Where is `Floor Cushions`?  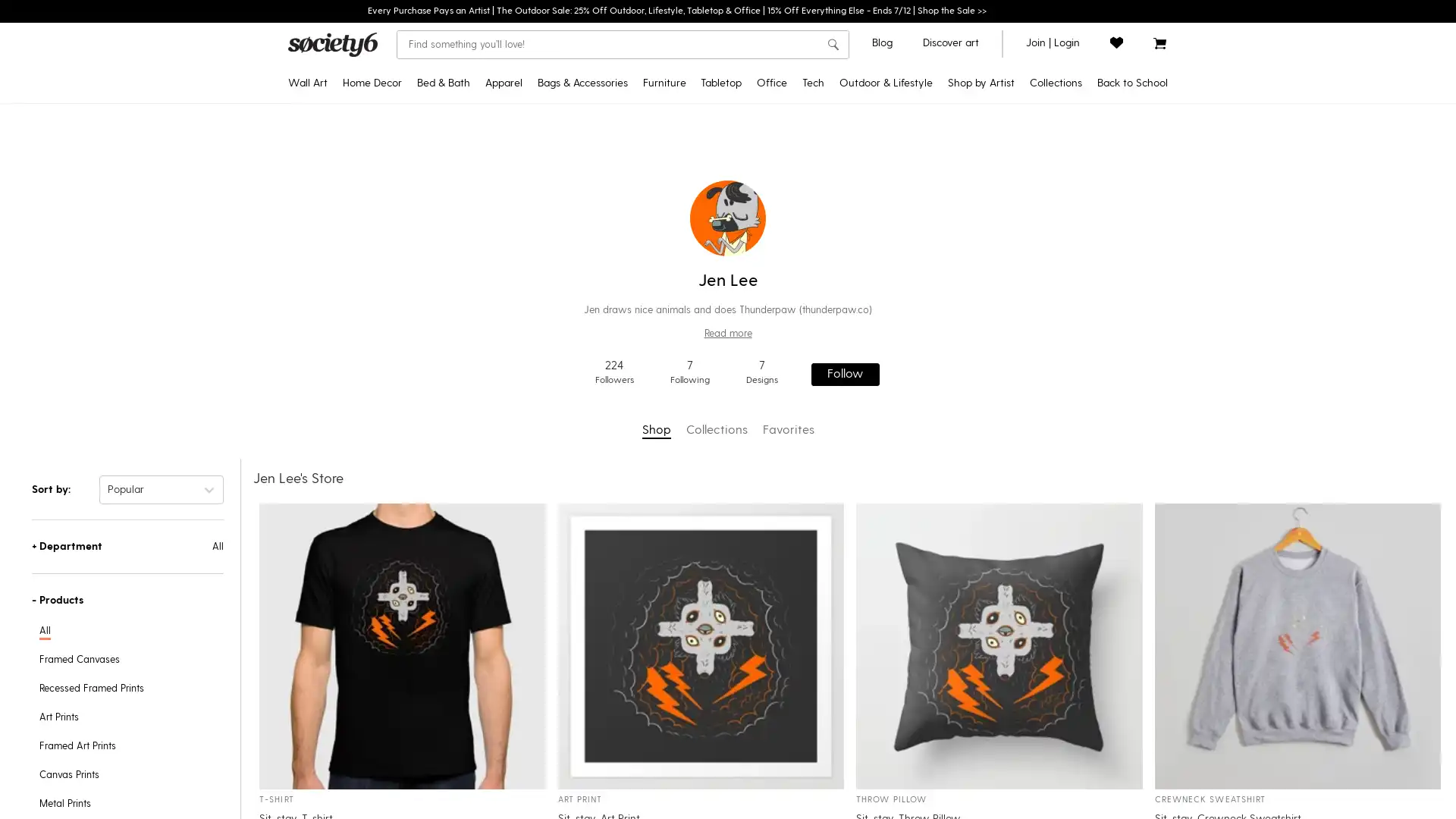 Floor Cushions is located at coordinates (907, 439).